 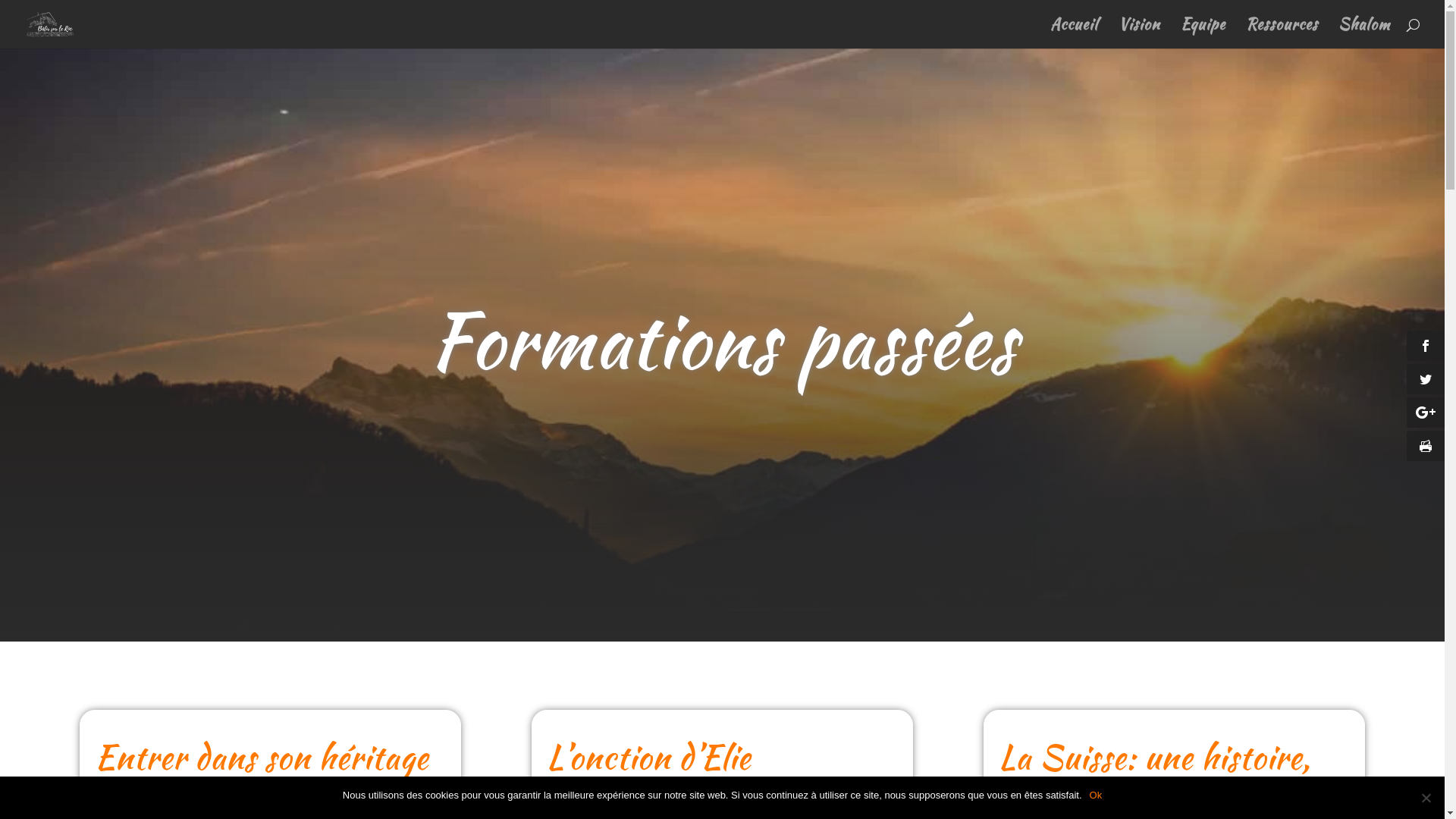 I want to click on 'Ressources', so click(x=1281, y=33).